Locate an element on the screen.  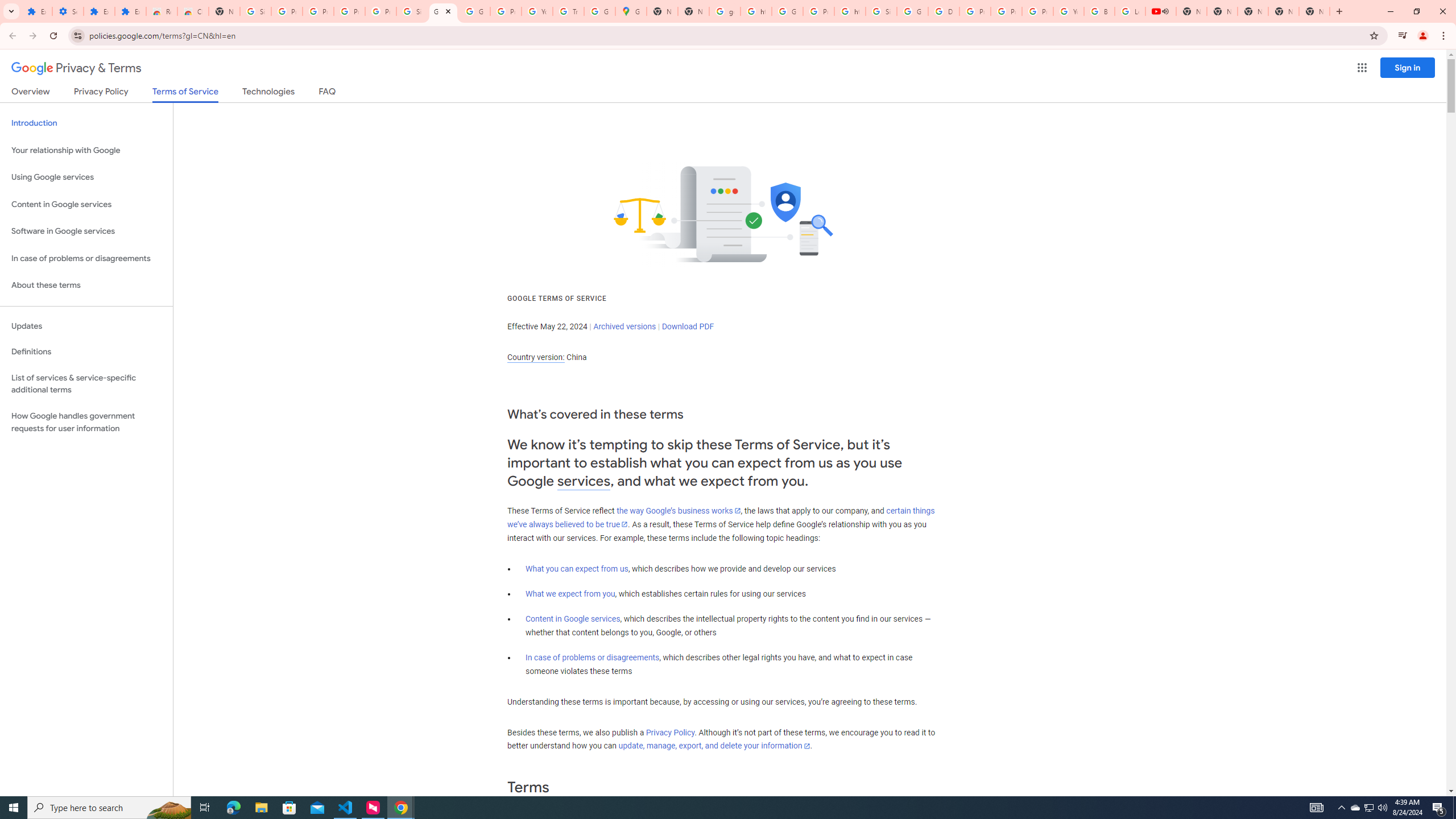
'In case of problems or disagreements' is located at coordinates (591, 657).